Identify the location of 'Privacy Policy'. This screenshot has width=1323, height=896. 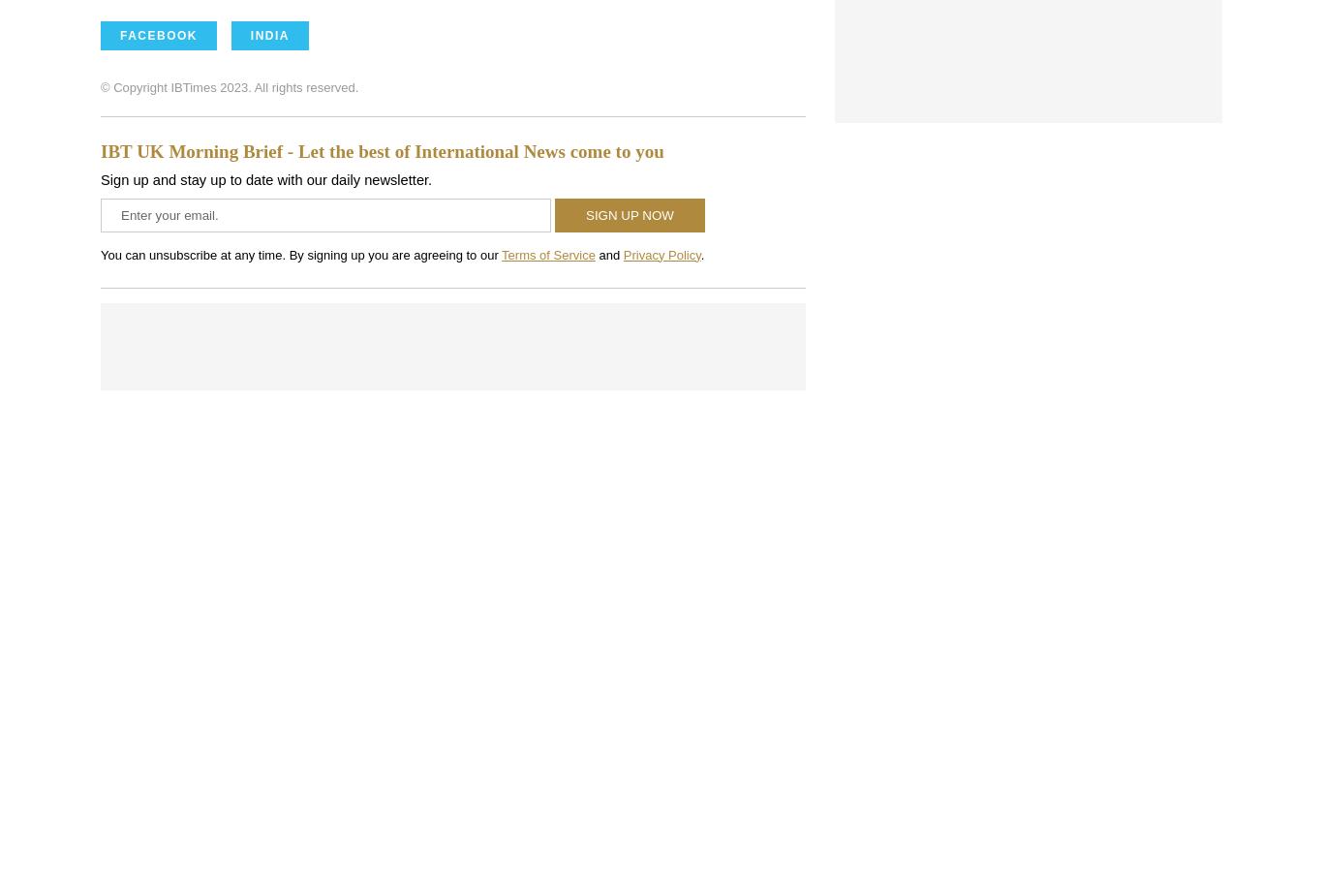
(661, 253).